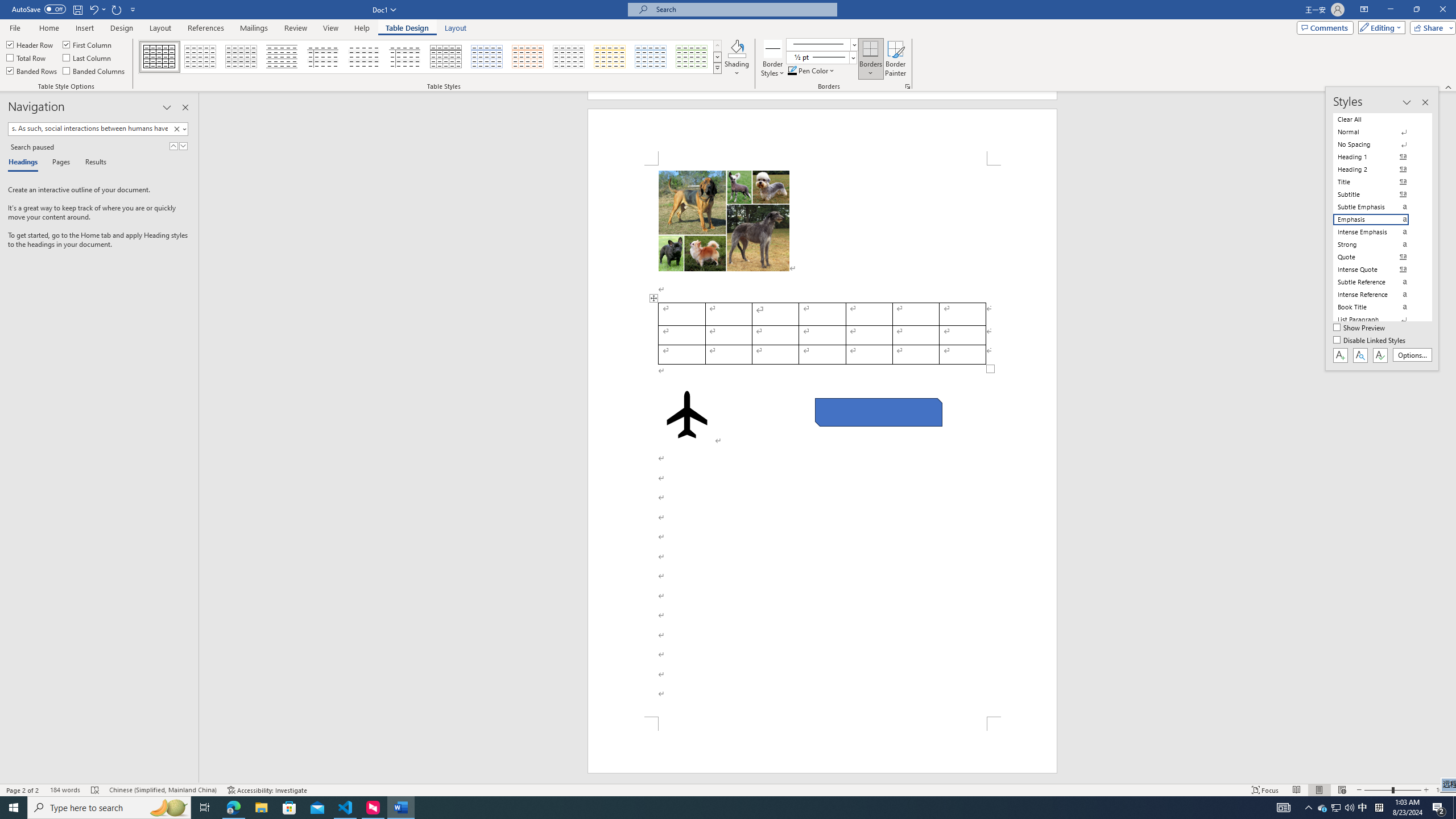 The height and width of the screenshot is (819, 1456). I want to click on 'Plain Table 5', so click(405, 56).